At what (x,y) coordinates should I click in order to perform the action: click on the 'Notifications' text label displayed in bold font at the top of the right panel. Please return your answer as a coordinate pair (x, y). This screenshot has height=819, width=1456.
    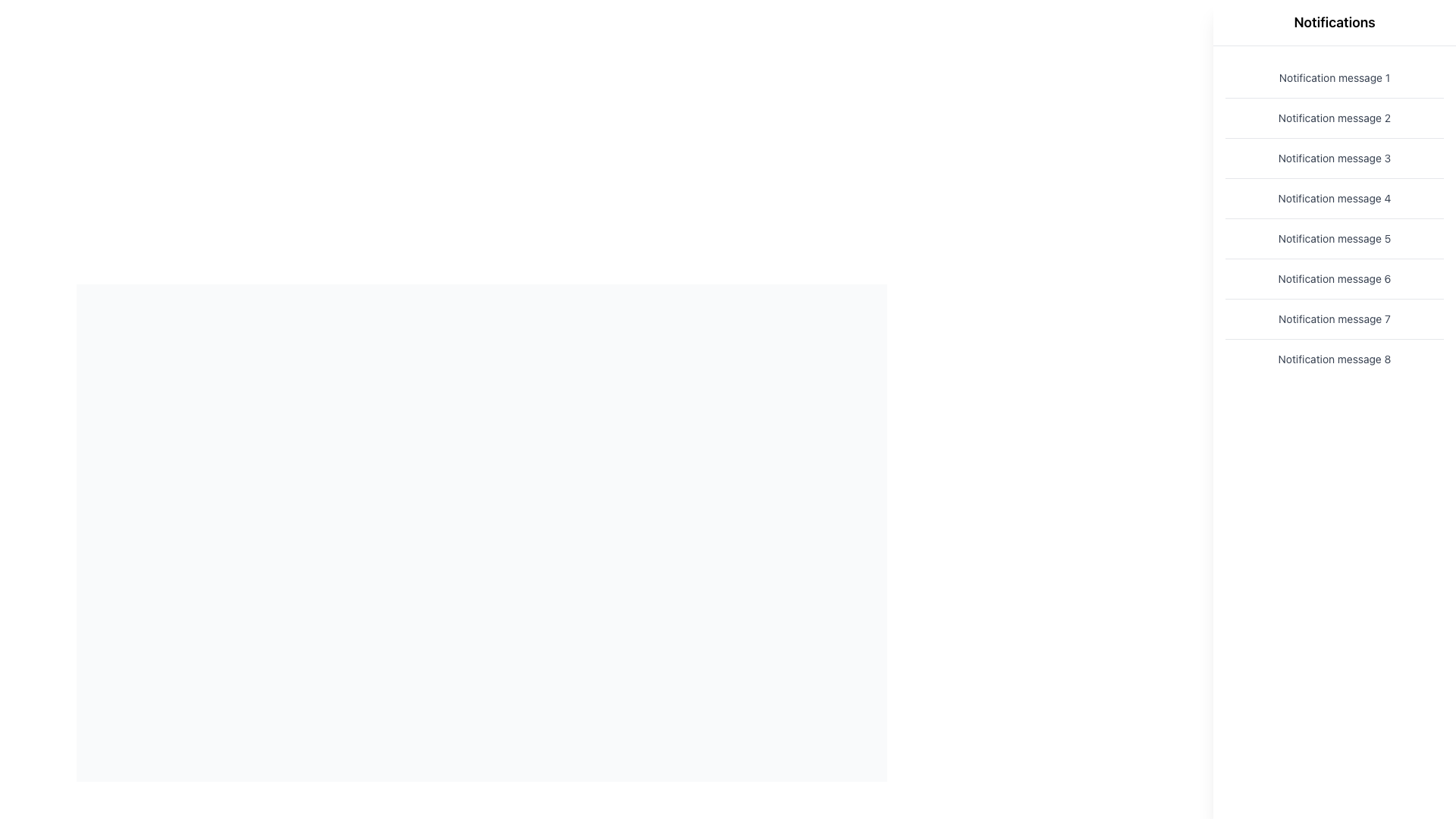
    Looking at the image, I should click on (1335, 23).